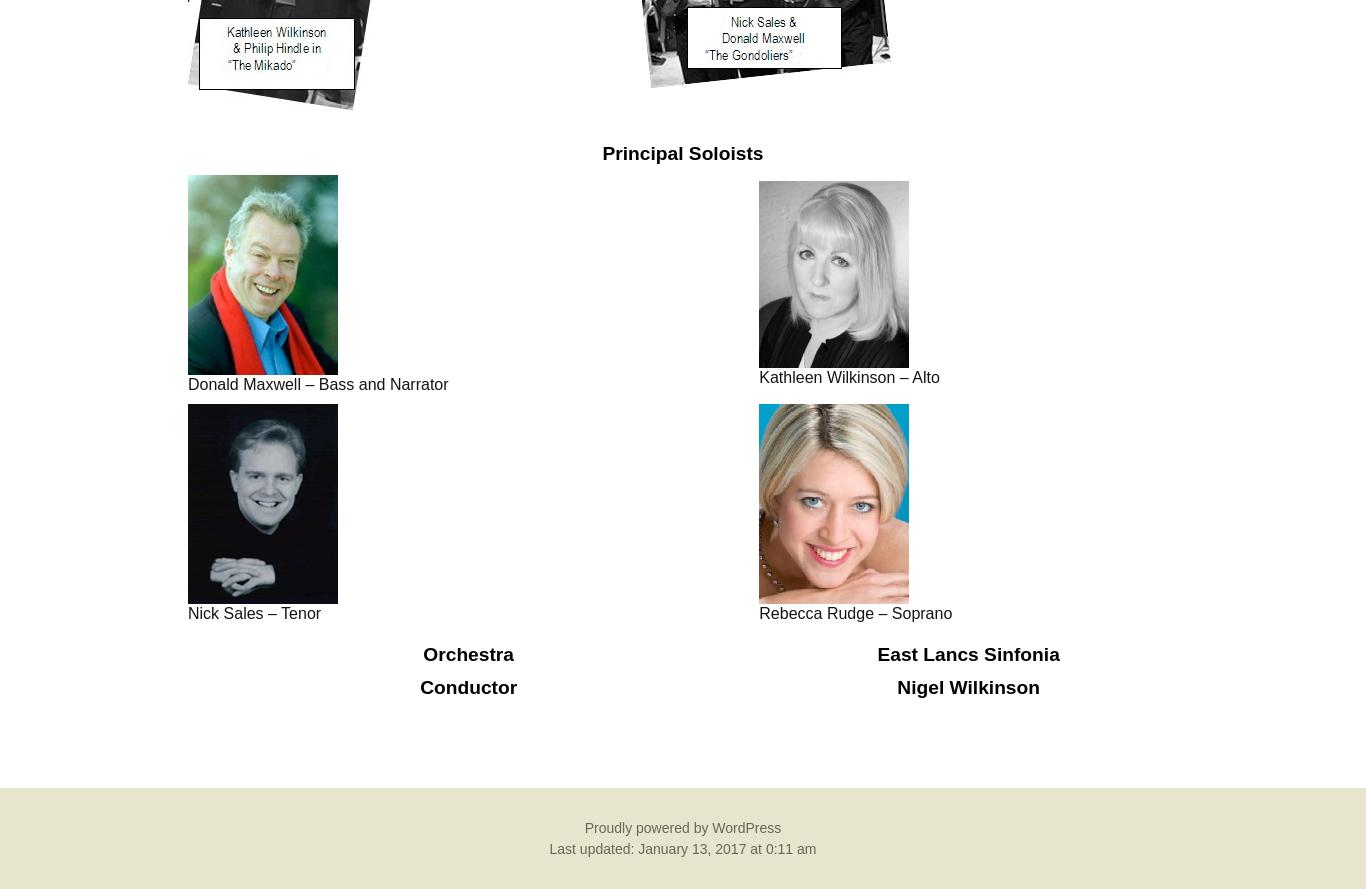 The width and height of the screenshot is (1366, 889). I want to click on 'Proudly powered by WordPress', so click(582, 826).